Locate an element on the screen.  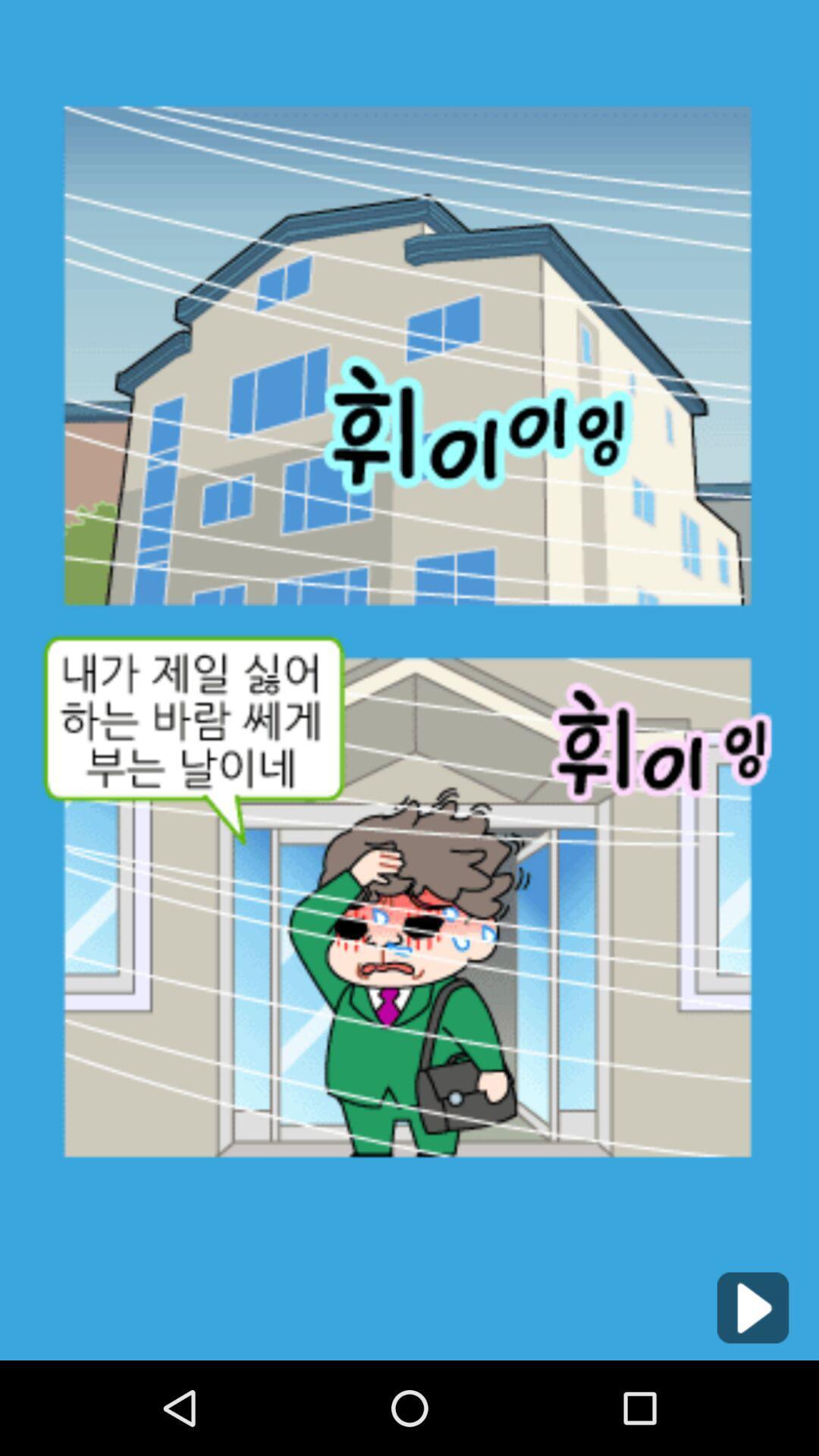
the play icon is located at coordinates (752, 1398).